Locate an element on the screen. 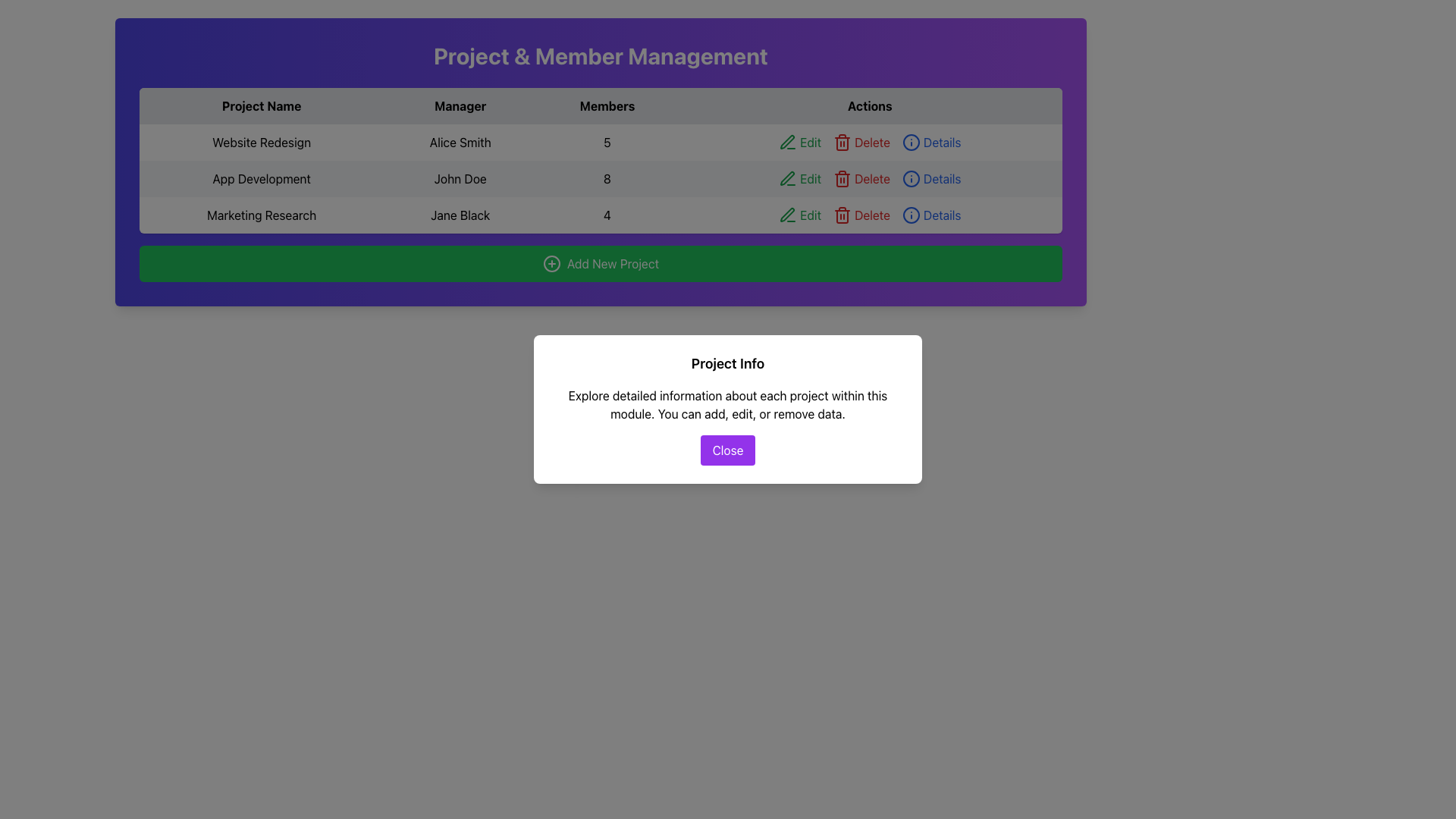 The image size is (1456, 819). the informational label displaying the number of members associated with the 'Marketing Research' project in the 'Members' column of the table is located at coordinates (607, 215).